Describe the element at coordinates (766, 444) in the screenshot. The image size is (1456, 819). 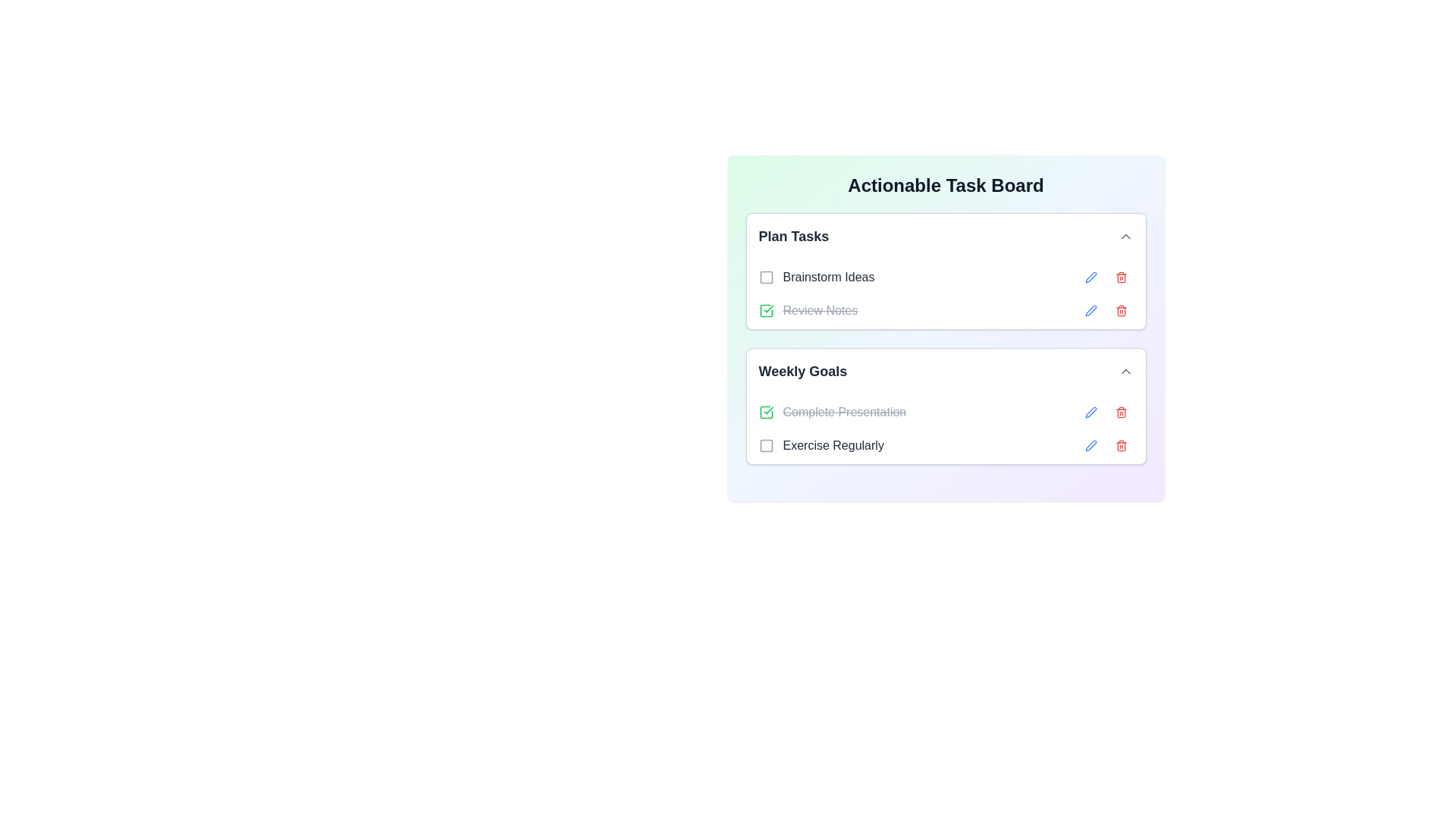
I see `the square-shaped UI component with rounded corners located in the 'Weekly Goals' section, next to the 'Exercise Regularly' task` at that location.